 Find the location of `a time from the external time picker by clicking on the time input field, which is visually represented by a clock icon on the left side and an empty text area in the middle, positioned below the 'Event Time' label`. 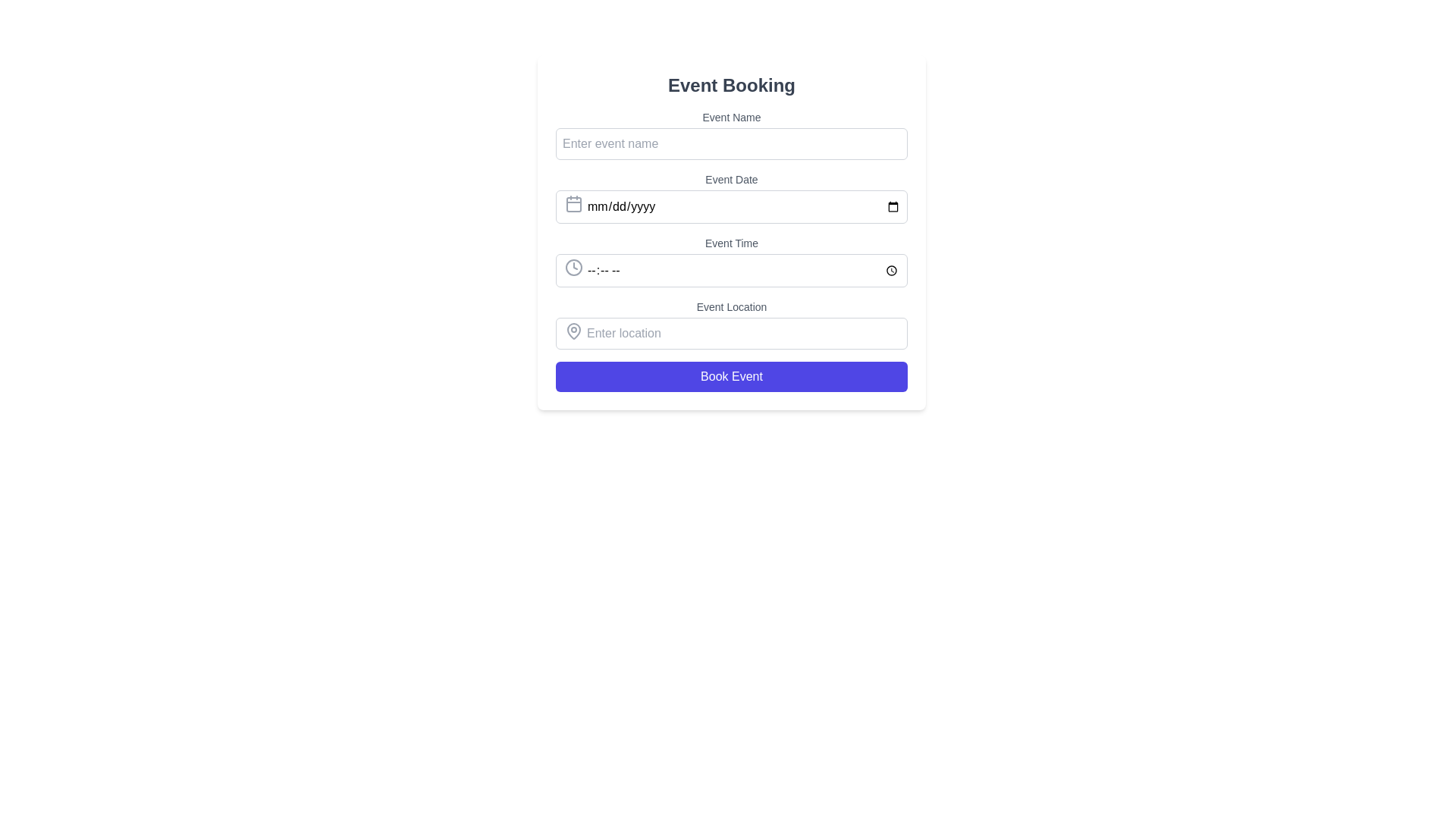

a time from the external time picker by clicking on the time input field, which is visually represented by a clock icon on the left side and an empty text area in the middle, positioned below the 'Event Time' label is located at coordinates (731, 268).